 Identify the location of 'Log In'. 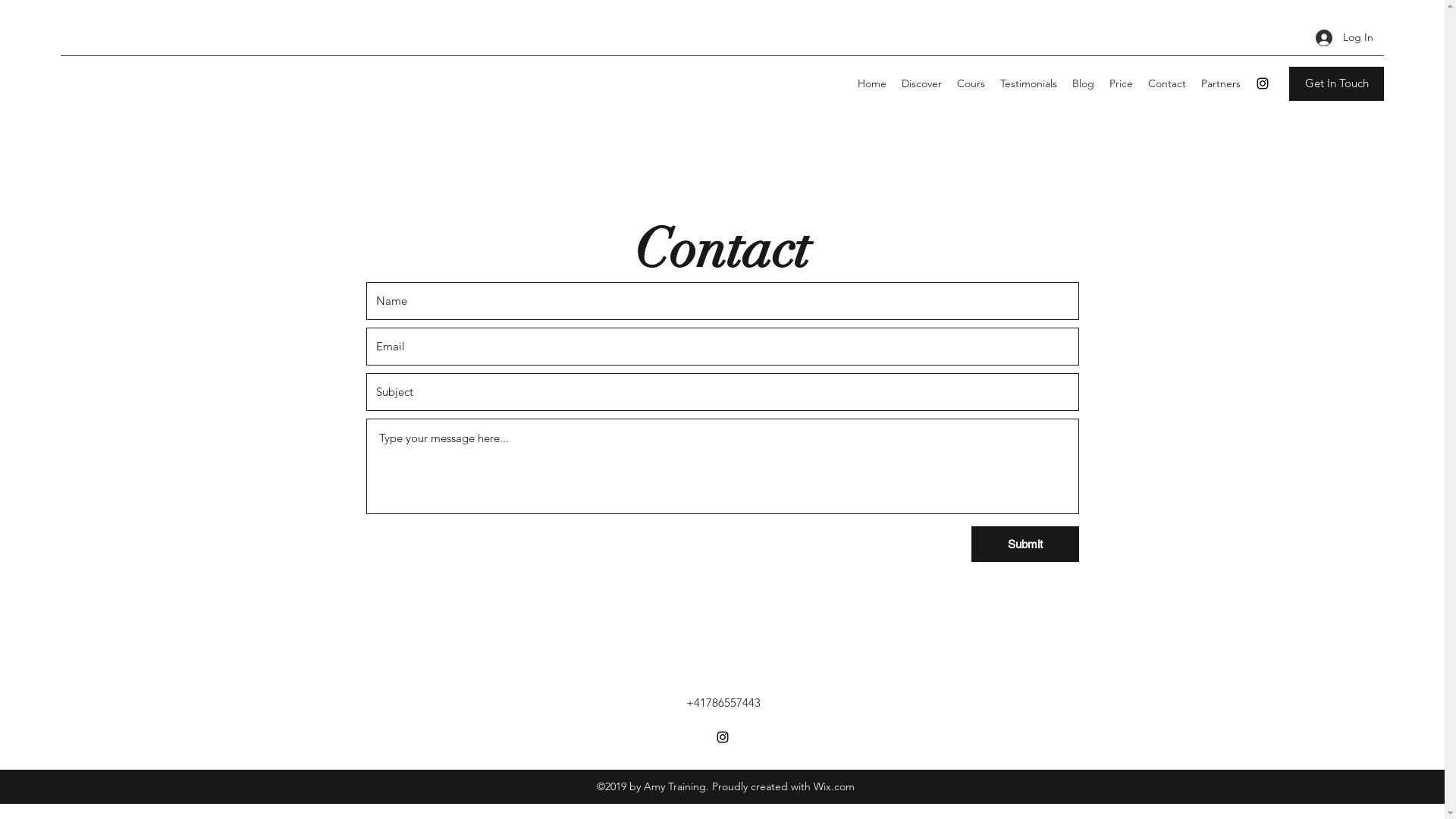
(1304, 36).